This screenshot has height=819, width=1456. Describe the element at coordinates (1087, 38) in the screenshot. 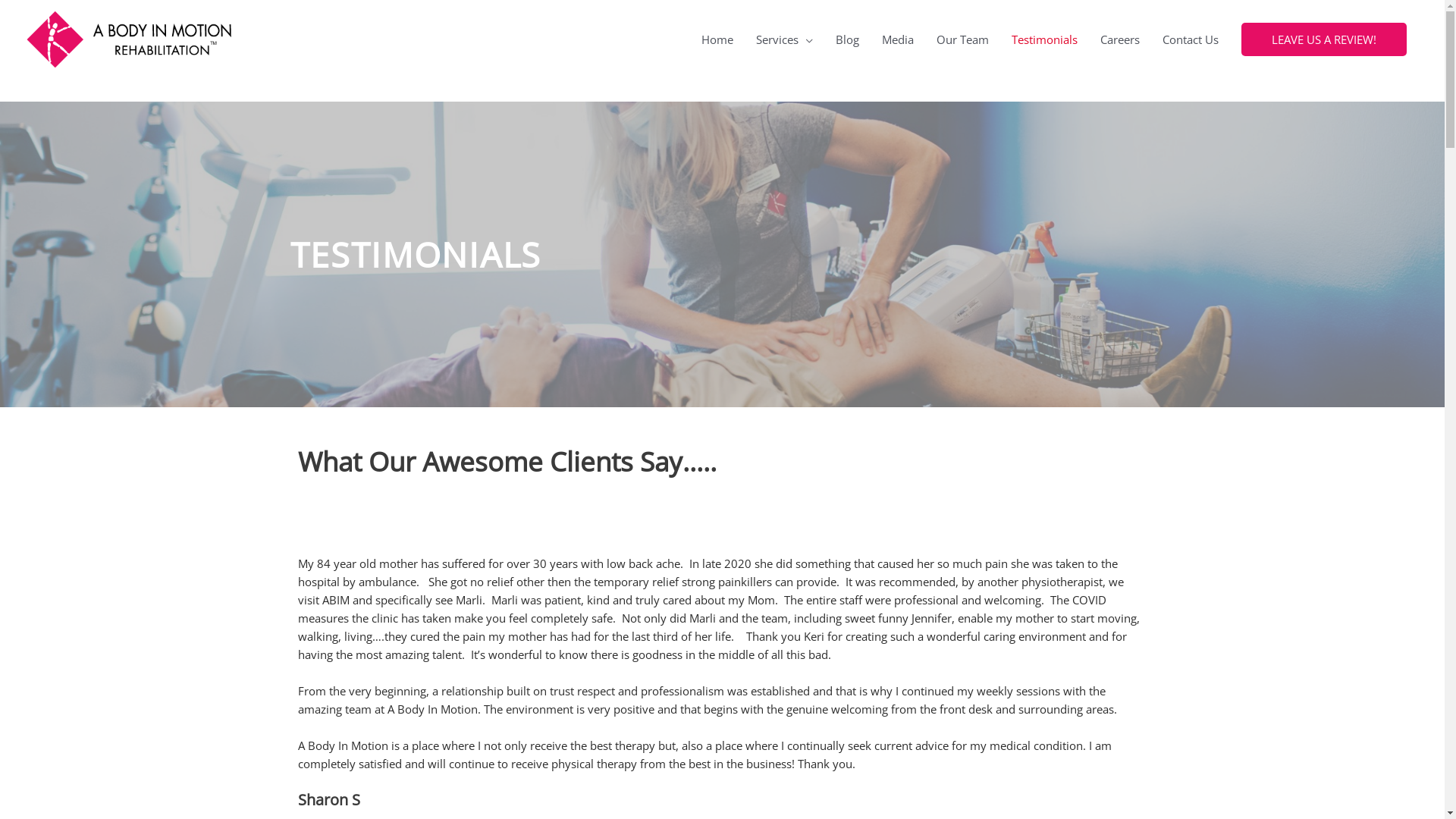

I see `'Careers'` at that location.